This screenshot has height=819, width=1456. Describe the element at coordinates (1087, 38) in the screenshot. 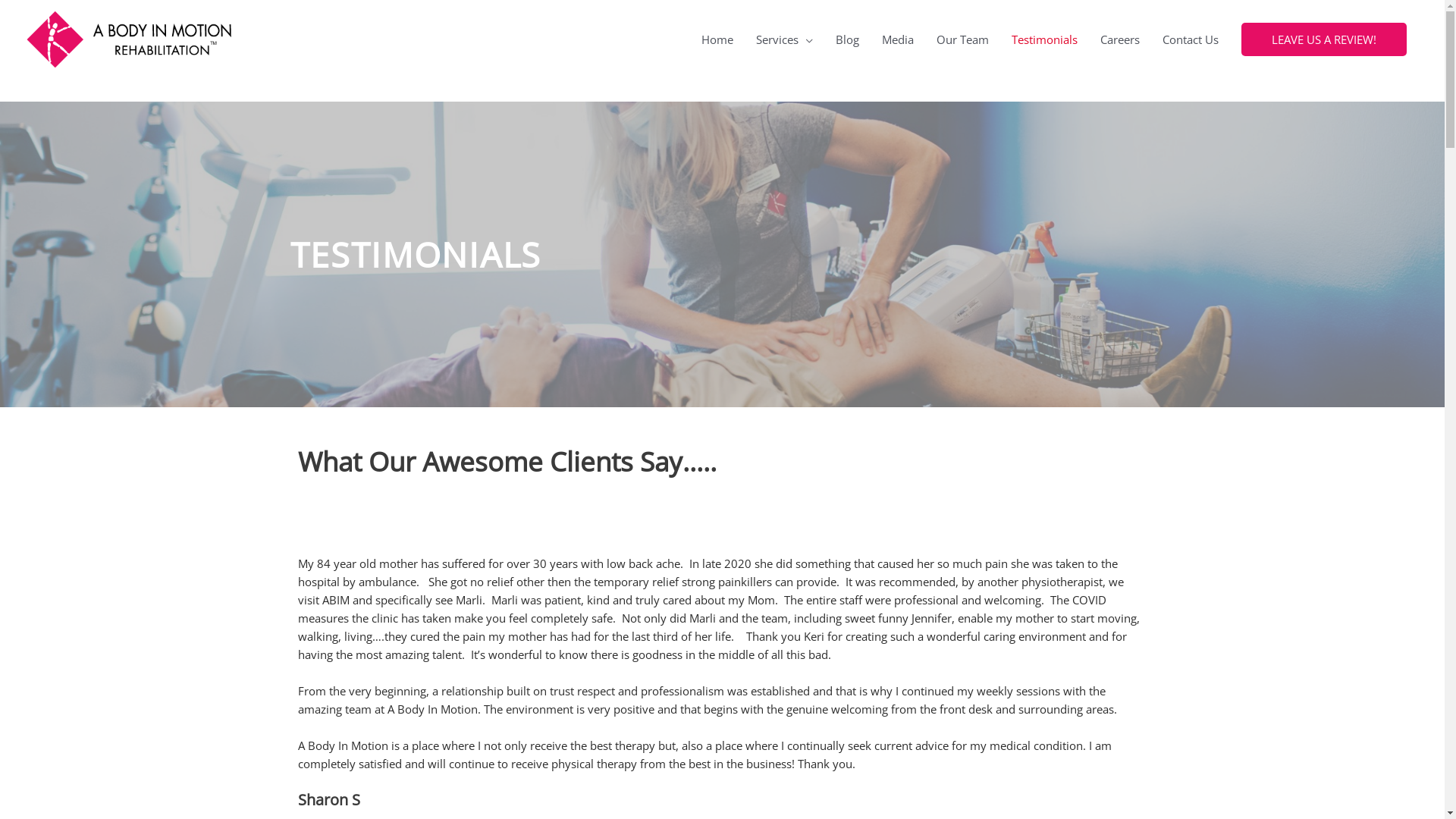

I see `'Careers'` at that location.